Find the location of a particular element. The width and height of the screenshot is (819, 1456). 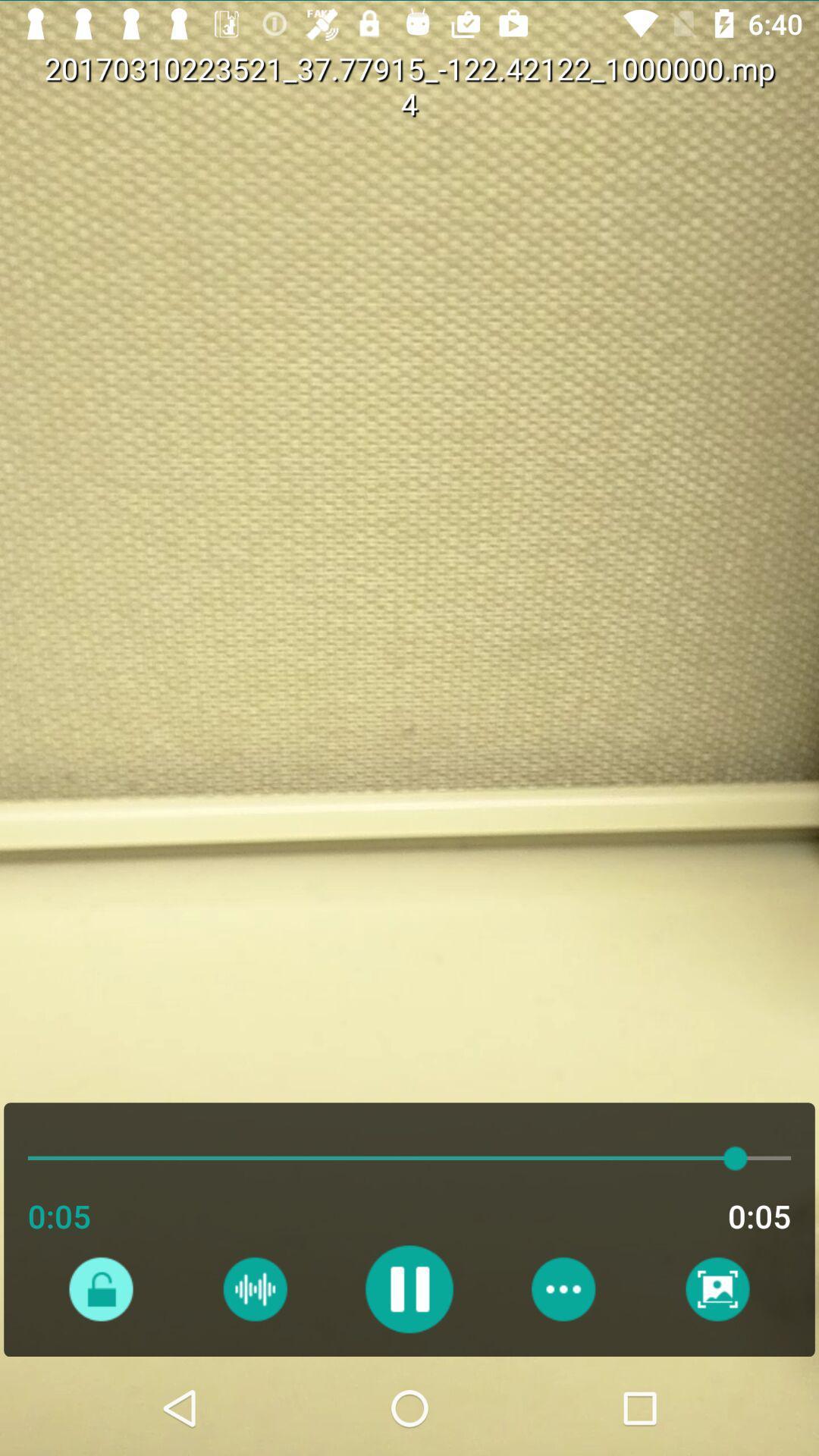

the 5 zeros and full stop from the top is located at coordinates (691, 103).